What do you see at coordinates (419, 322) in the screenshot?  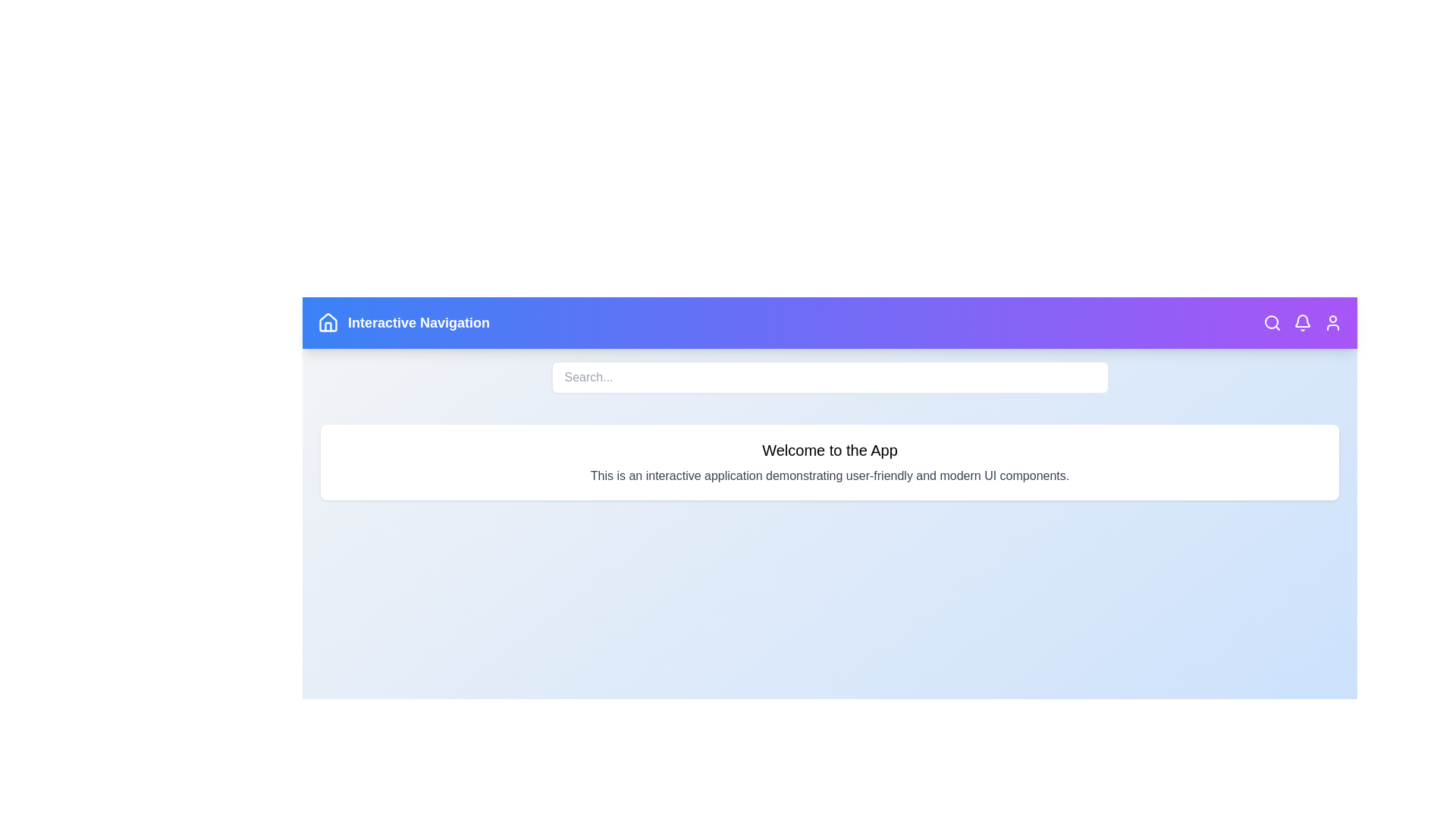 I see `the header text labeled 'Interactive Navigation' to highlight it` at bounding box center [419, 322].